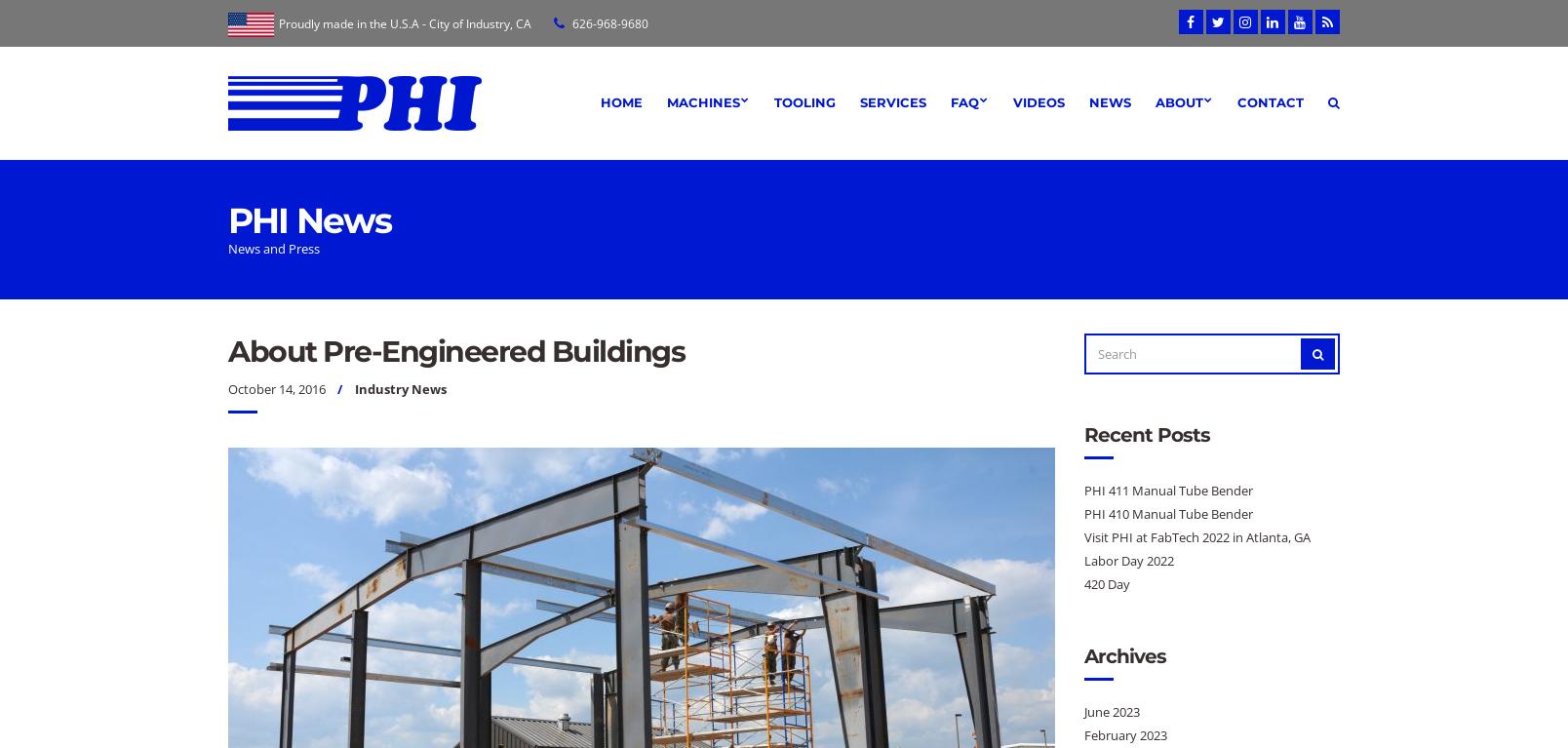  Describe the element at coordinates (774, 101) in the screenshot. I see `'Tooling'` at that location.